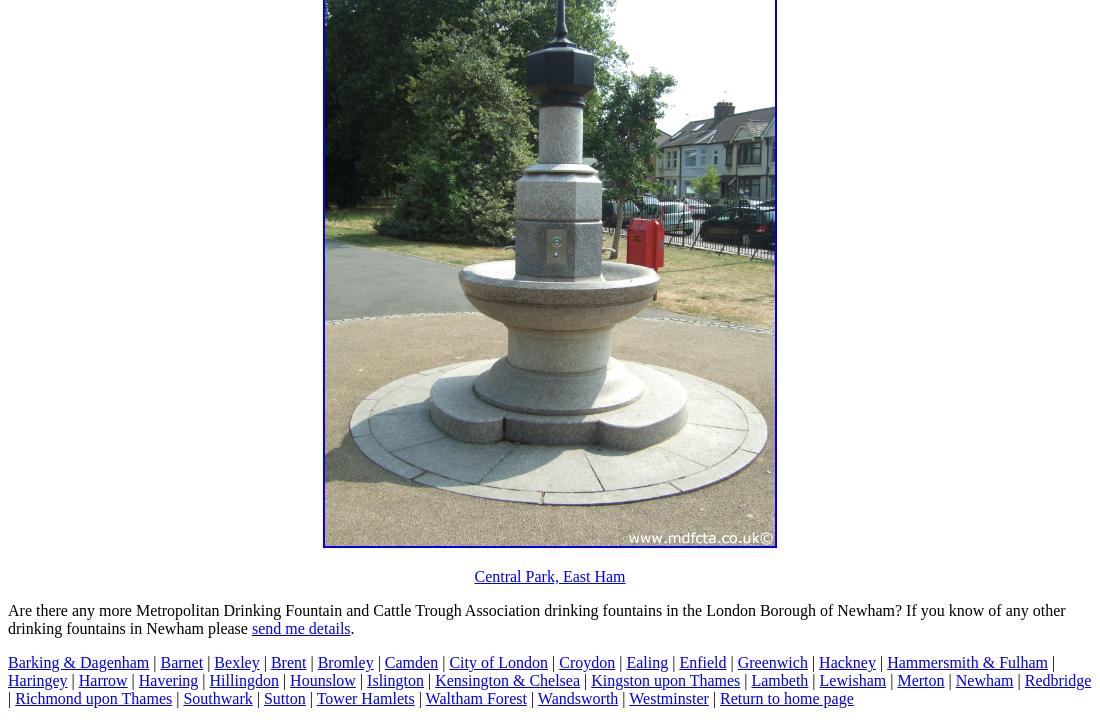 This screenshot has width=1100, height=723. Describe the element at coordinates (668, 696) in the screenshot. I see `'Westminster'` at that location.